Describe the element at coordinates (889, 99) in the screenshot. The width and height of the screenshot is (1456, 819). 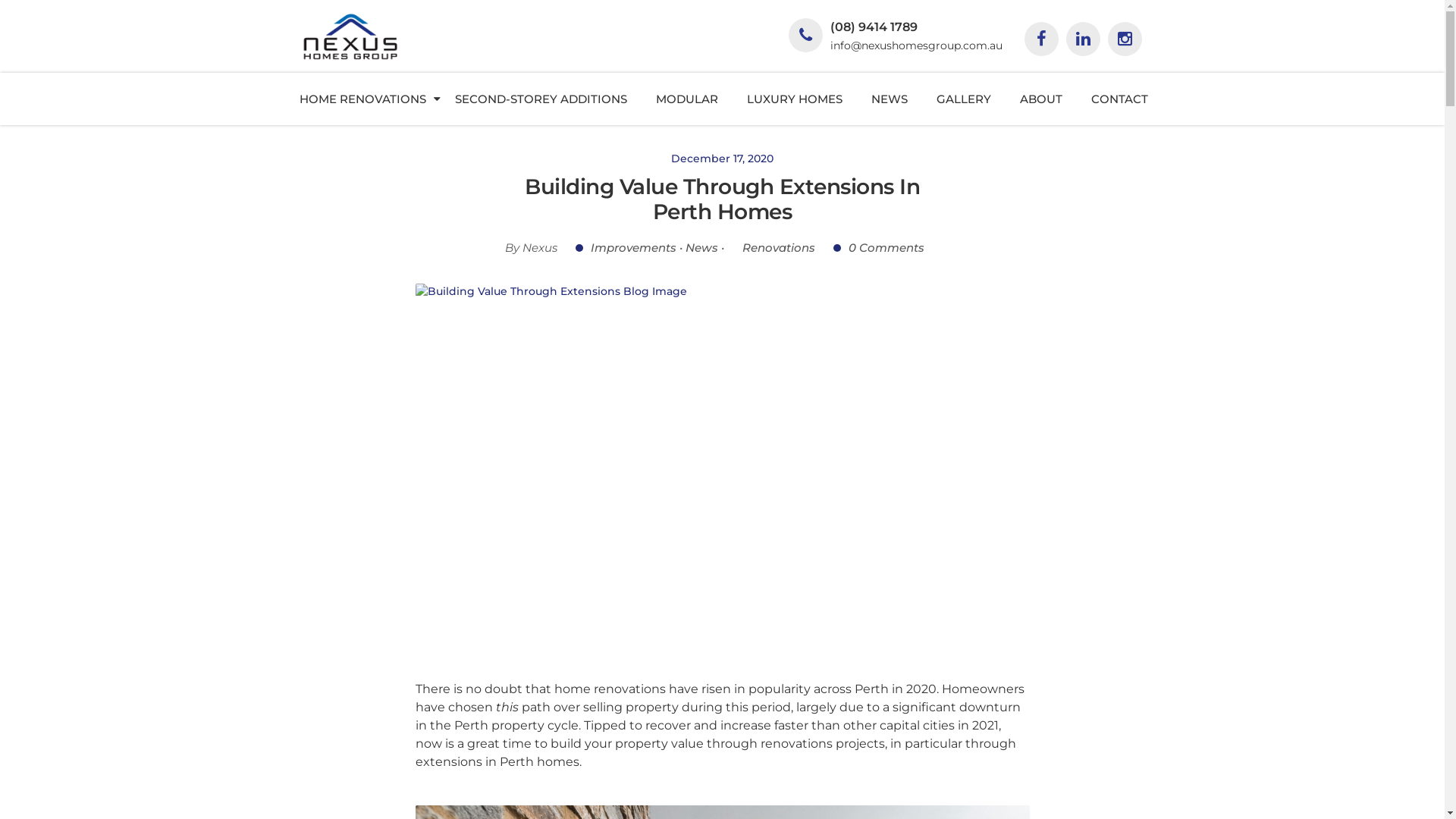
I see `'NEWS'` at that location.